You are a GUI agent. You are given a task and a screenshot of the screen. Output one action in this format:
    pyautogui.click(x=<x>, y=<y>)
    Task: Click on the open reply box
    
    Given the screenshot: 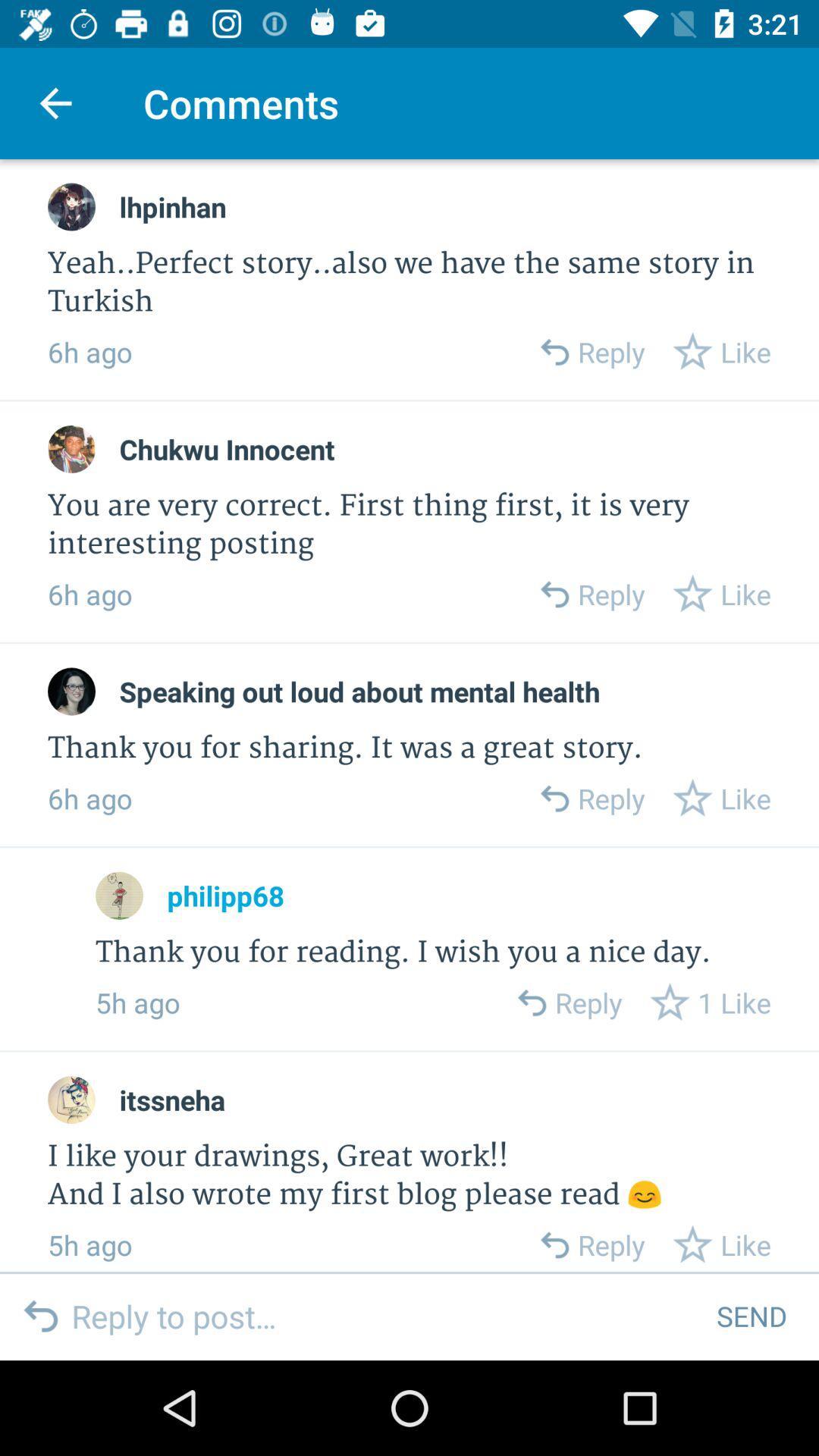 What is the action you would take?
    pyautogui.click(x=554, y=797)
    